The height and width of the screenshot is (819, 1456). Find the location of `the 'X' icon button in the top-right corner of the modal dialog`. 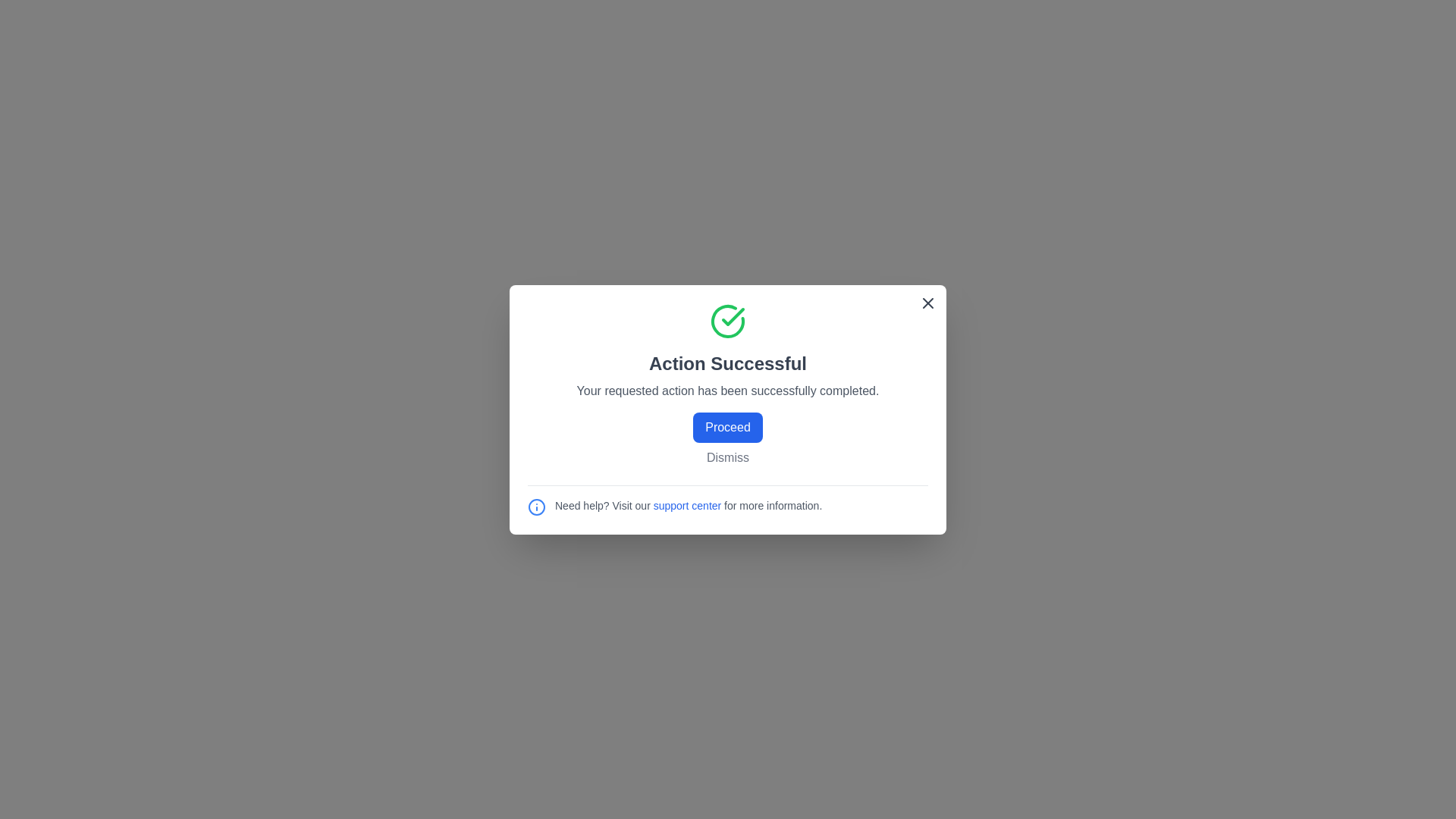

the 'X' icon button in the top-right corner of the modal dialog is located at coordinates (927, 302).